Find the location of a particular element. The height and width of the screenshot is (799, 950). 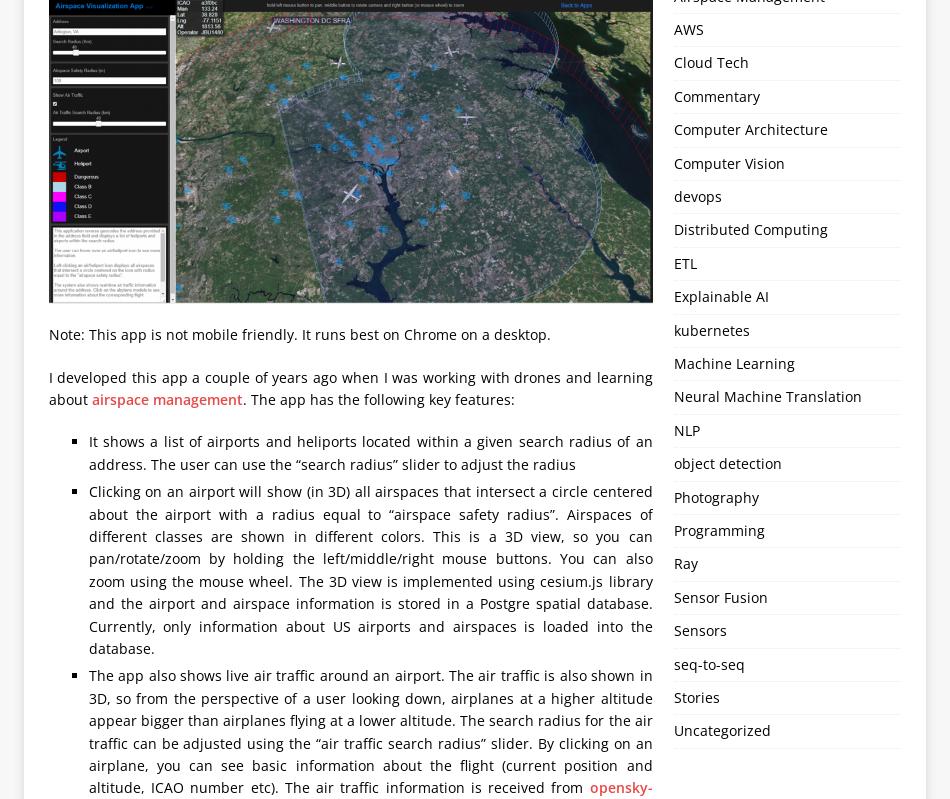

'AWS' is located at coordinates (672, 29).